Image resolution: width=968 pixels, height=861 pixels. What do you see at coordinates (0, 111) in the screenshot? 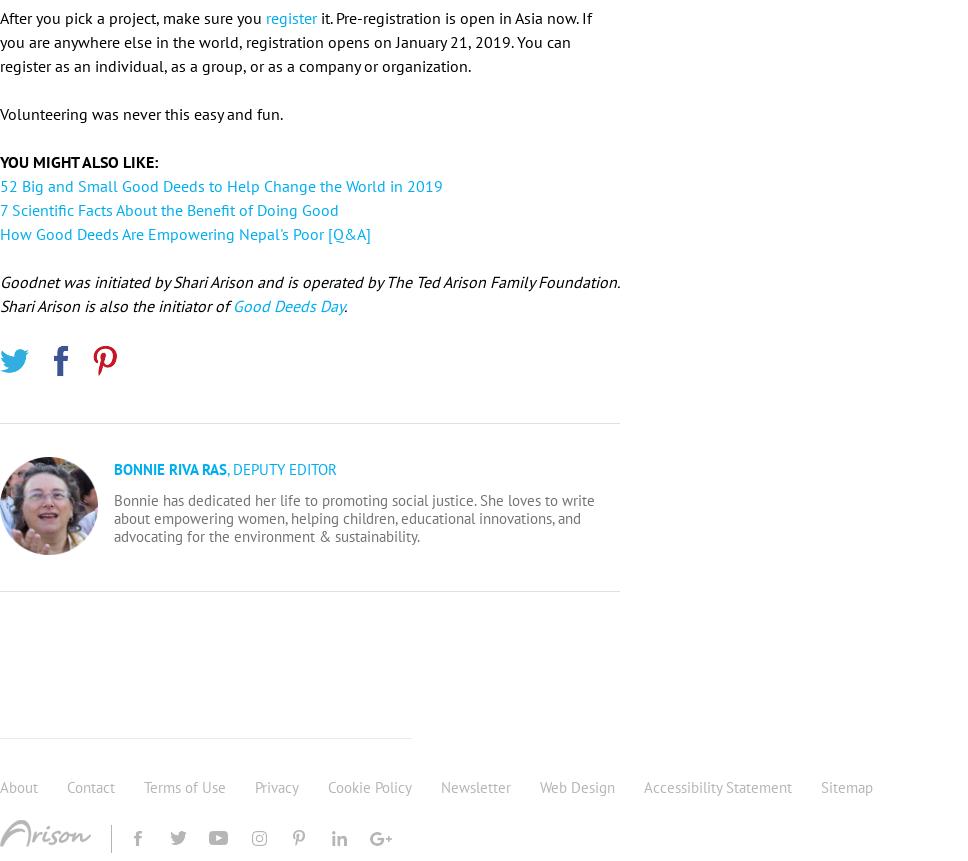
I see `'Volunteering was never this easy and fun.'` at bounding box center [0, 111].